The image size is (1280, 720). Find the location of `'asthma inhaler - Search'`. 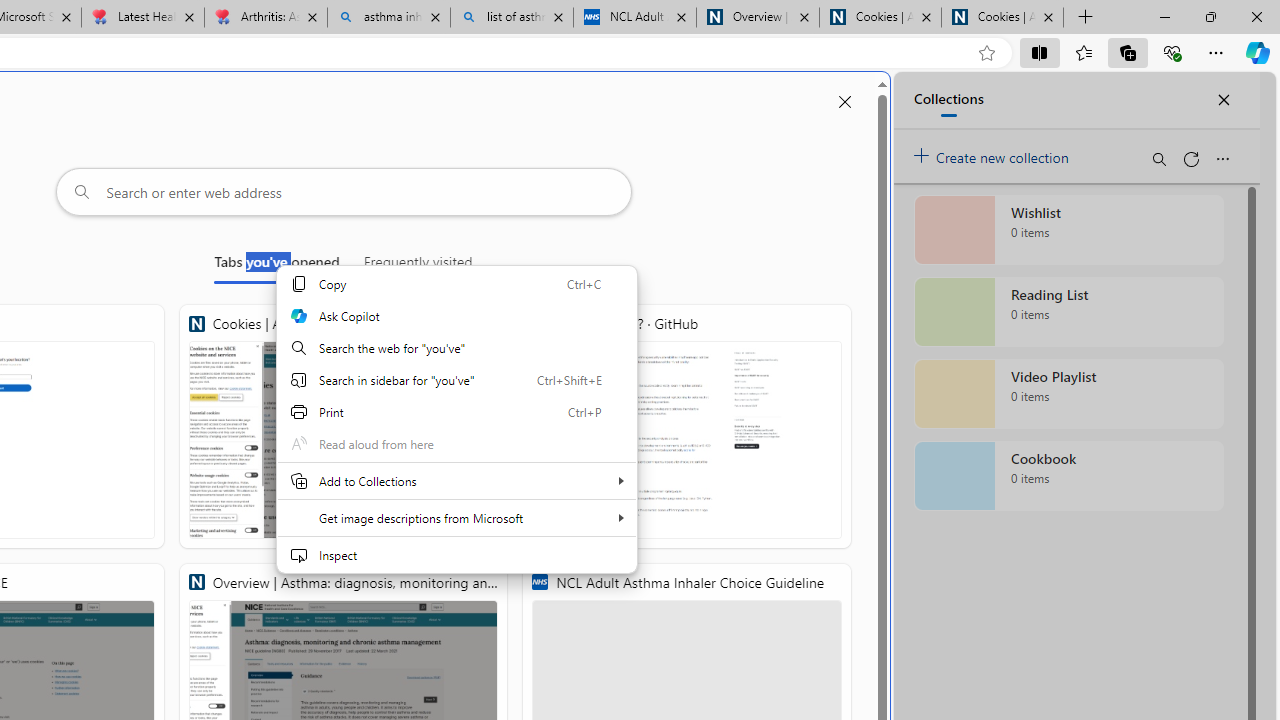

'asthma inhaler - Search' is located at coordinates (389, 17).